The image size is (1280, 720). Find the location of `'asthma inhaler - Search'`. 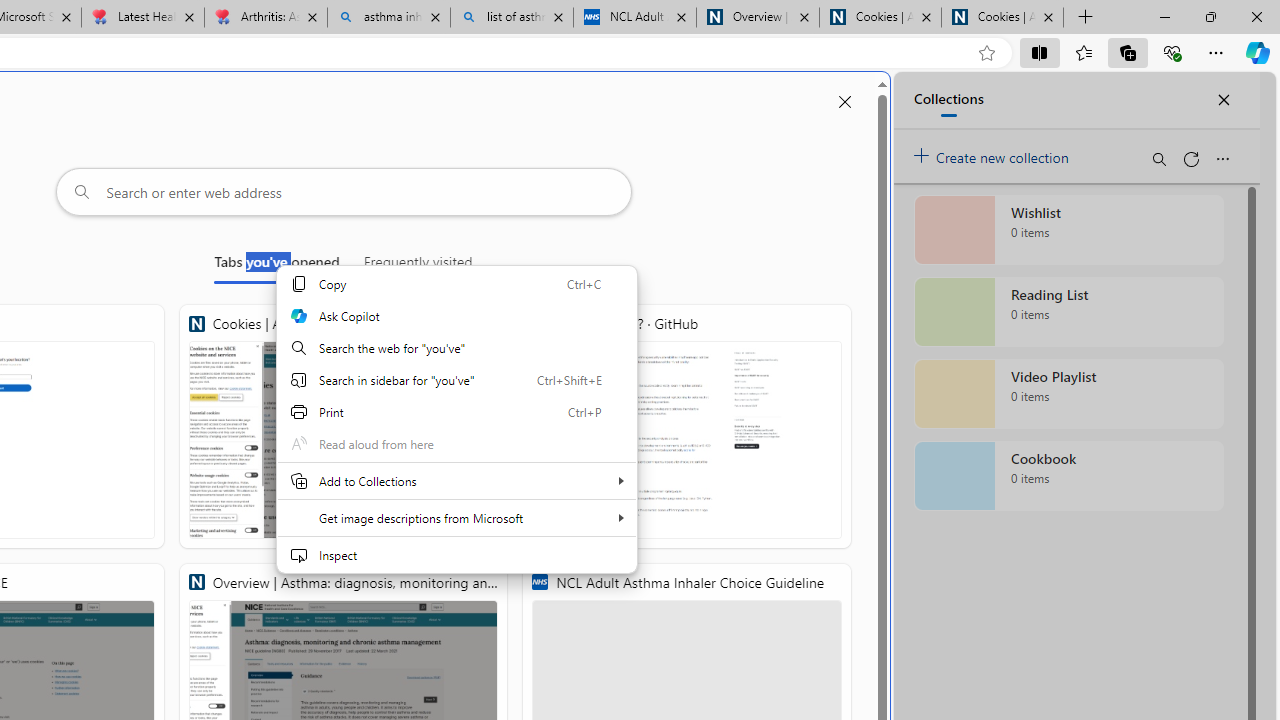

'asthma inhaler - Search' is located at coordinates (389, 17).